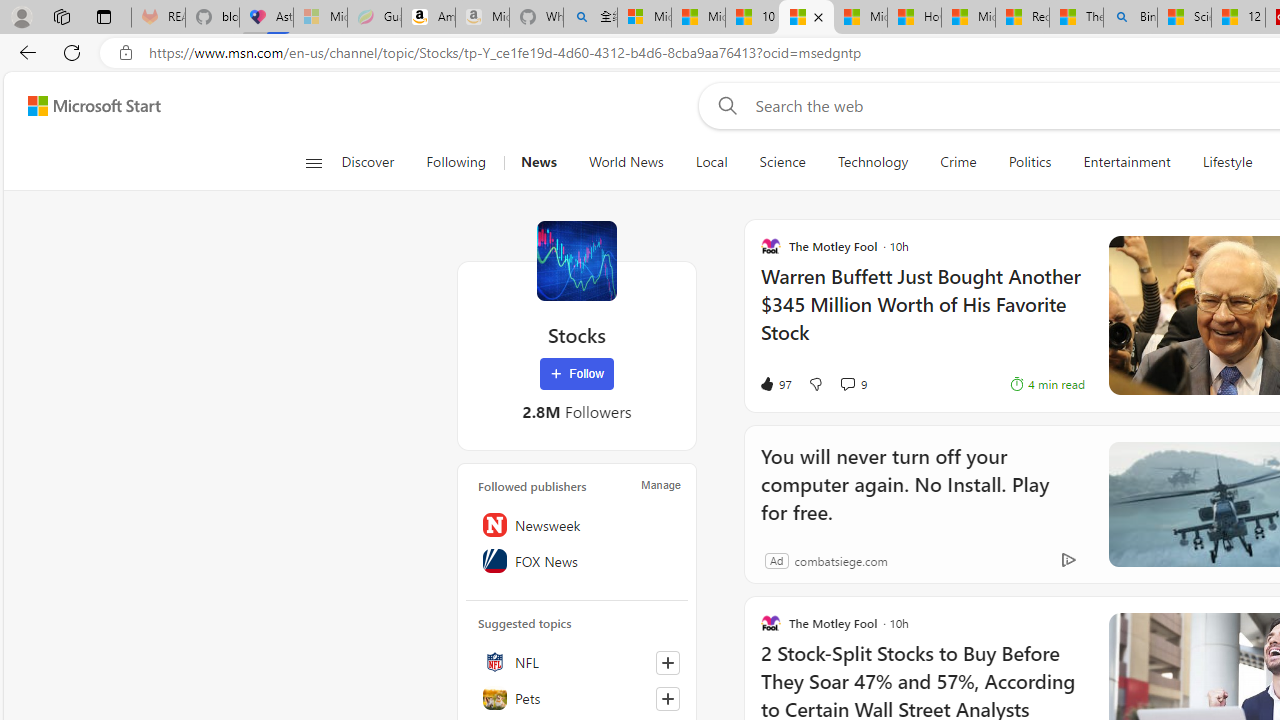  I want to click on 'Science - MSN', so click(1184, 17).